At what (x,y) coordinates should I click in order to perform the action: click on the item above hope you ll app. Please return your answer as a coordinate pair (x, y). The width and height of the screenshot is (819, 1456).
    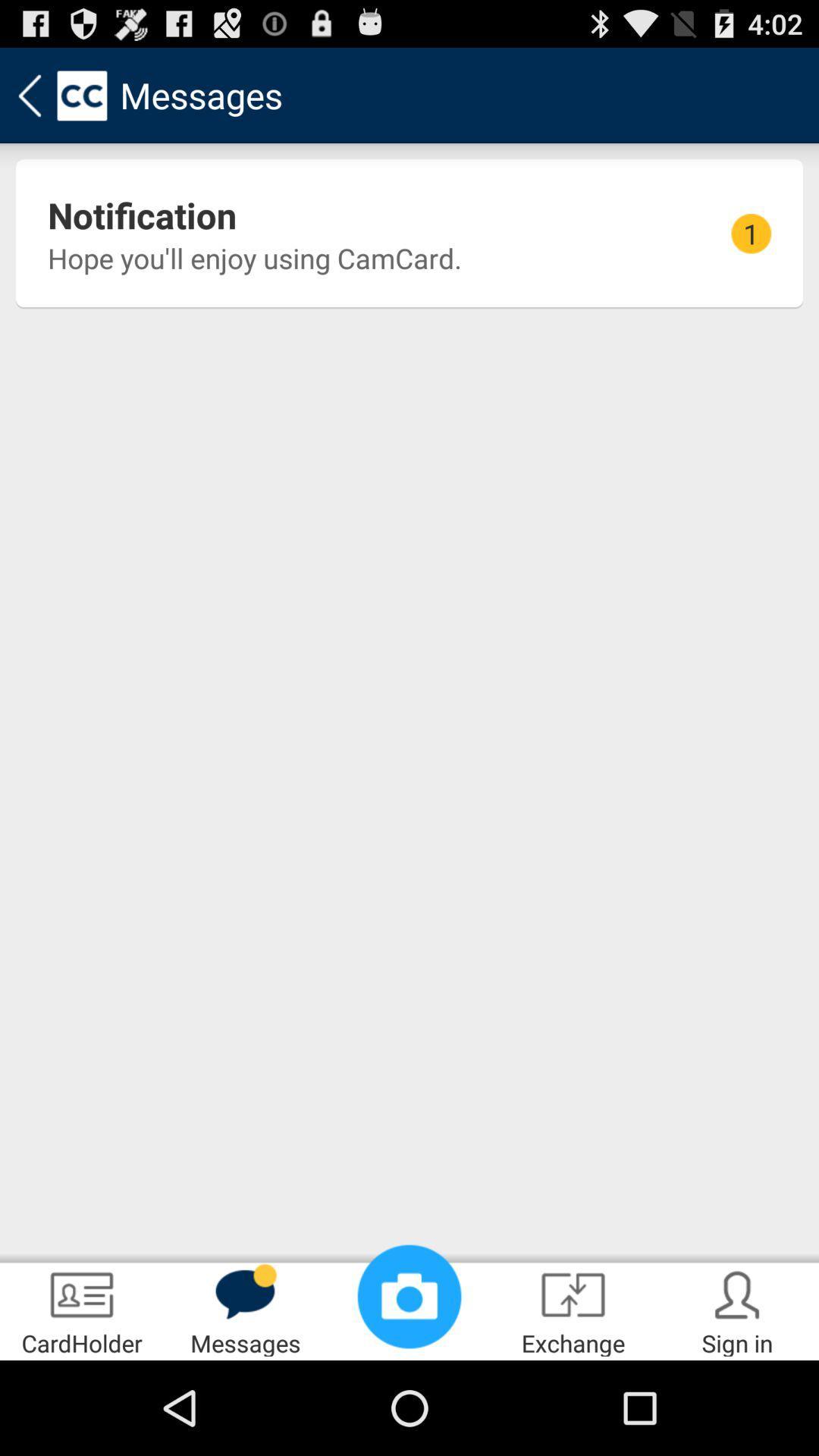
    Looking at the image, I should click on (142, 214).